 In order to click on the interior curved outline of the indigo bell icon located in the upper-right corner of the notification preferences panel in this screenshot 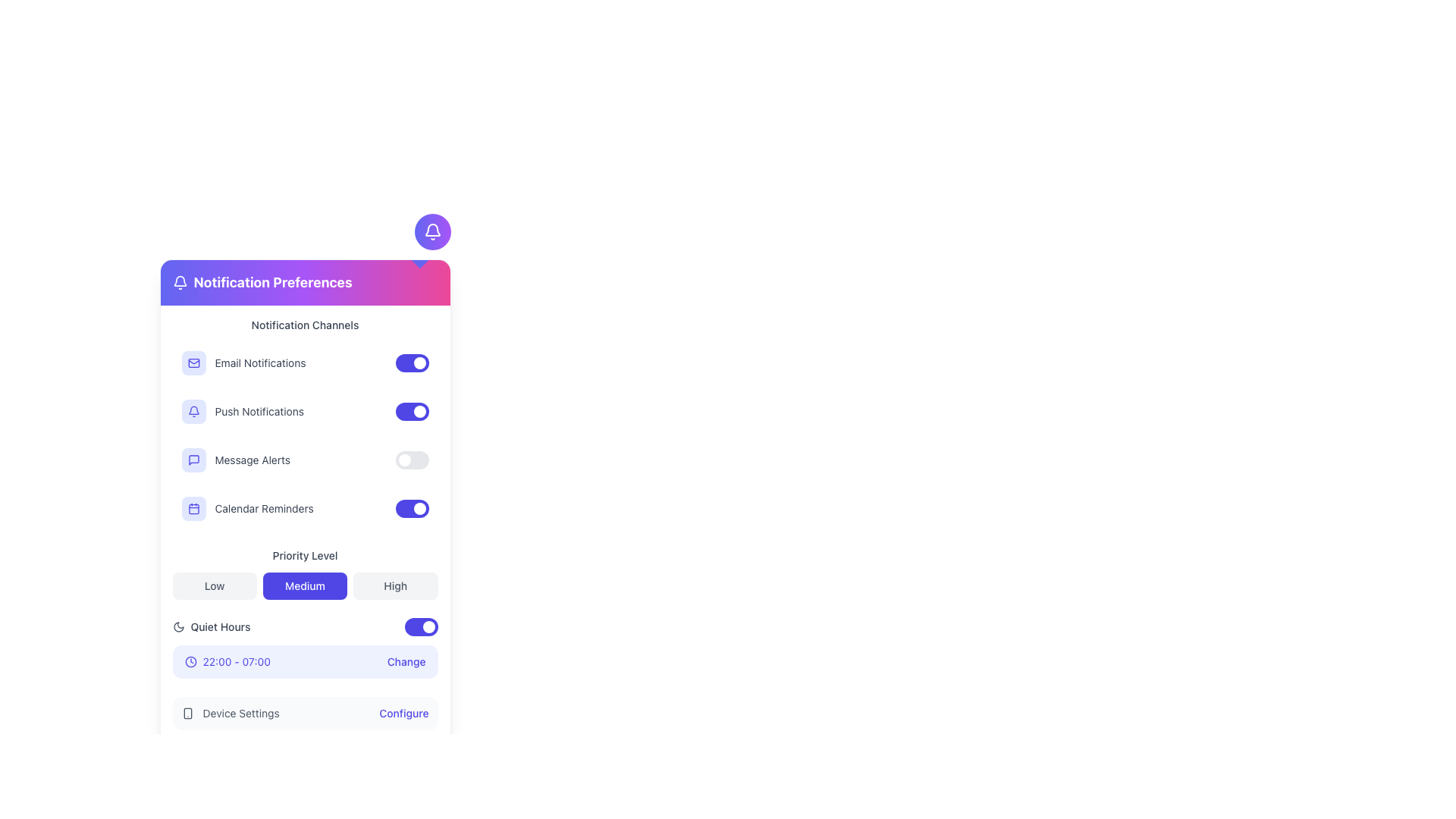, I will do `click(193, 410)`.